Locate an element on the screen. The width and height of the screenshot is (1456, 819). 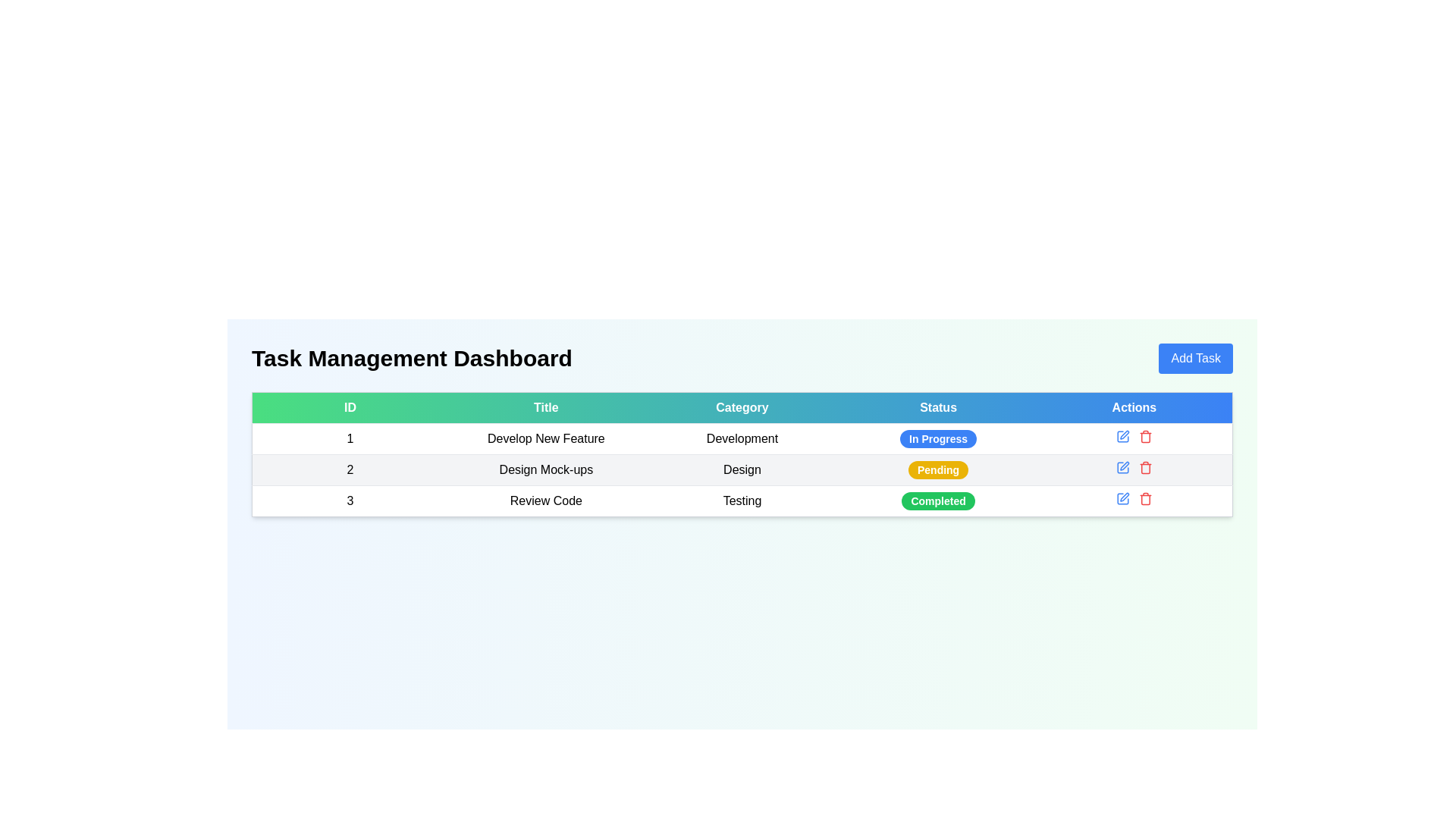
the Text label indicating the 'Review Code' category, located in the third row of the table under the 'Category' column is located at coordinates (742, 500).